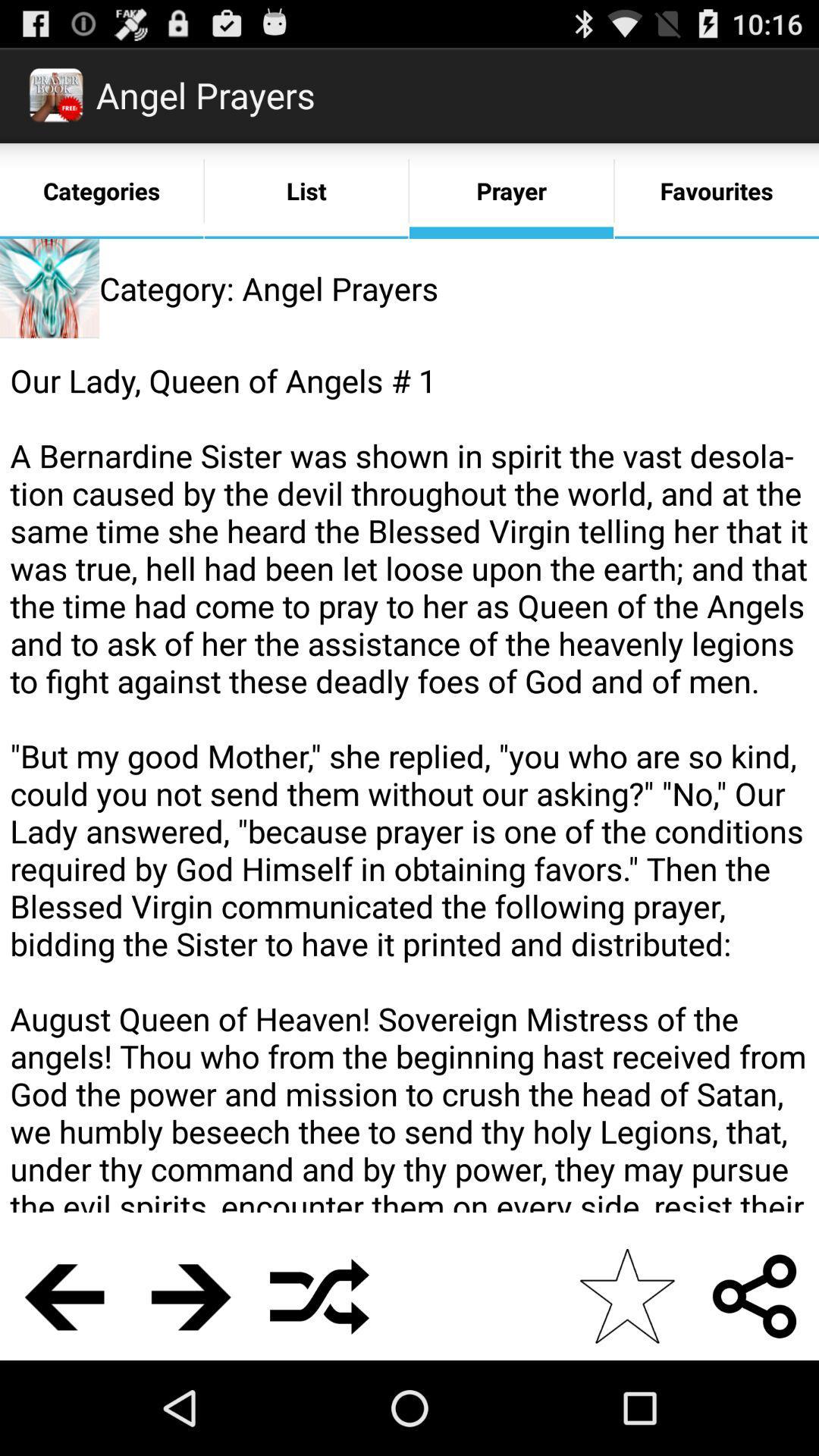 The height and width of the screenshot is (1456, 819). Describe the element at coordinates (318, 1295) in the screenshot. I see `the item below our lady queen item` at that location.